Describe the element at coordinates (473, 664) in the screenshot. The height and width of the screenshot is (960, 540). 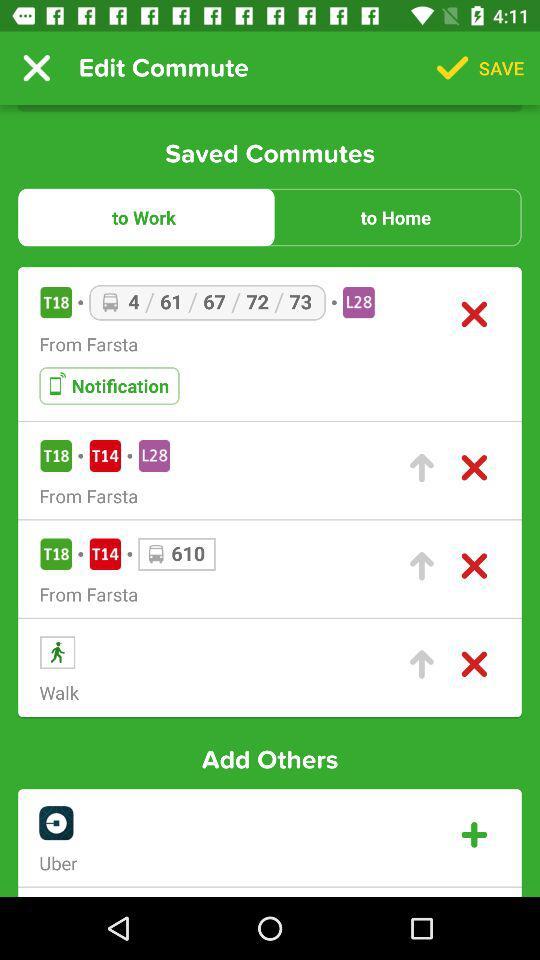
I see `button to delete route` at that location.